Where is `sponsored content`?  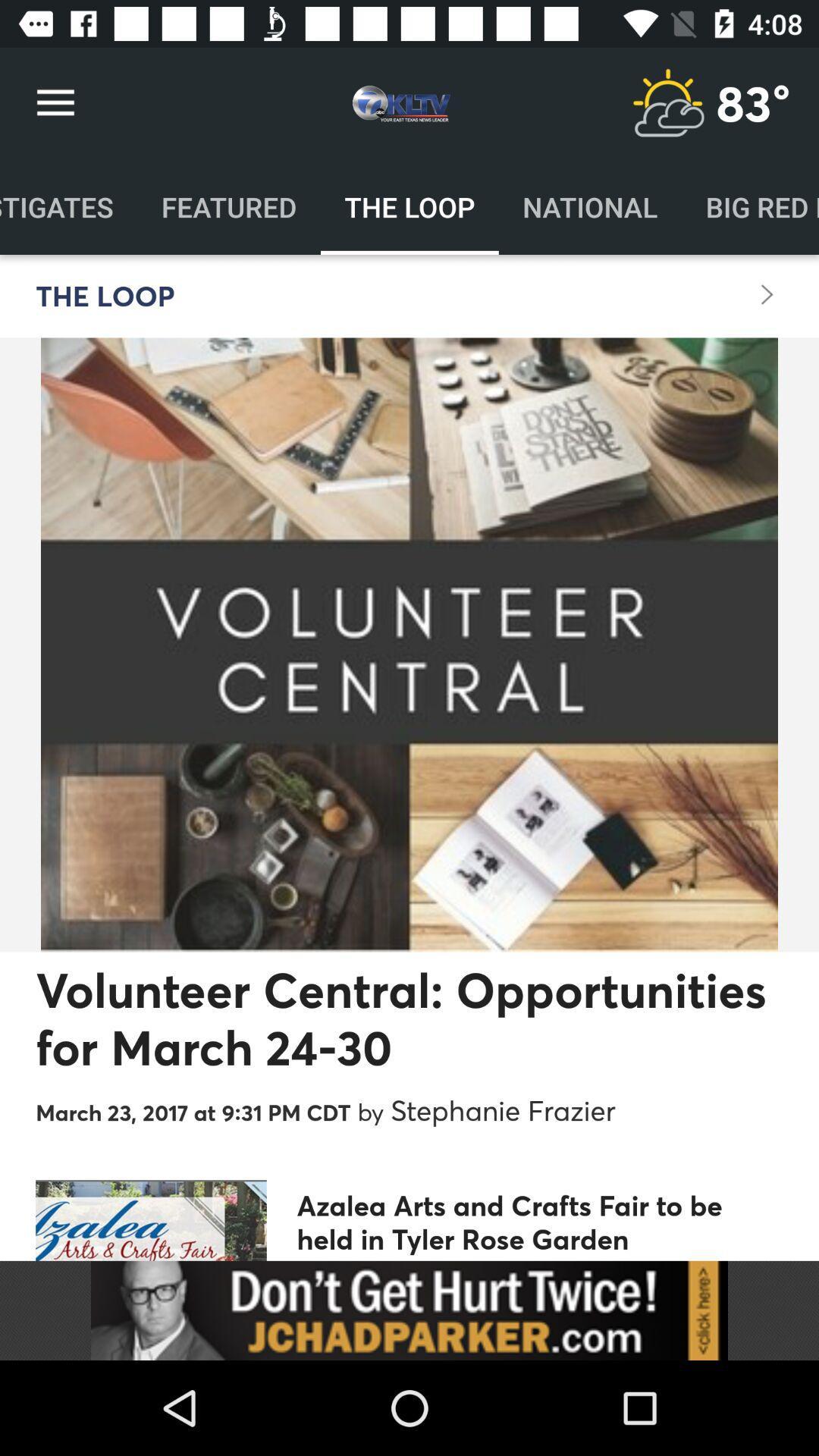
sponsored content is located at coordinates (409, 1310).